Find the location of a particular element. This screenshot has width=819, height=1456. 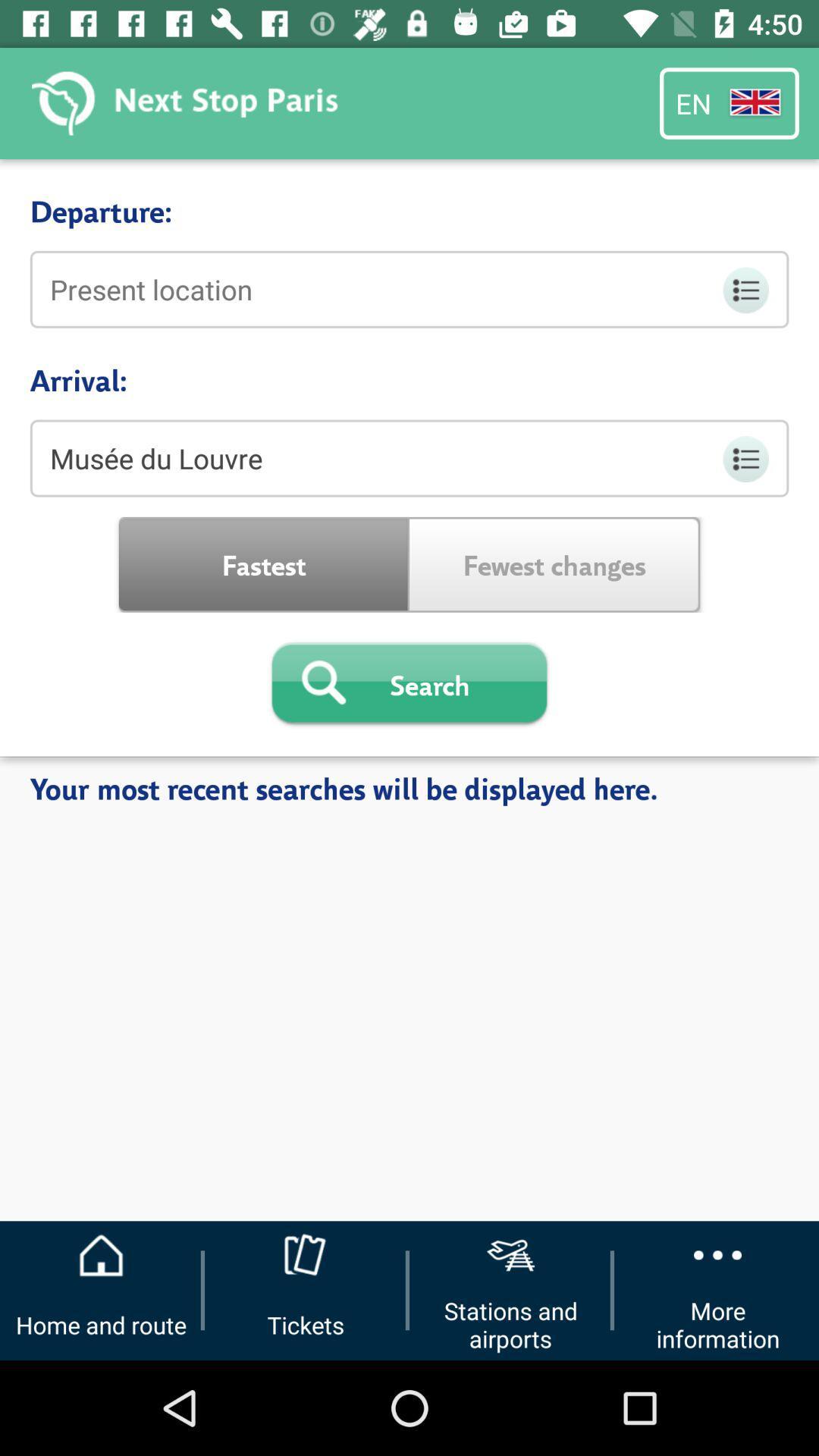

the icon below the departure: item is located at coordinates (409, 289).